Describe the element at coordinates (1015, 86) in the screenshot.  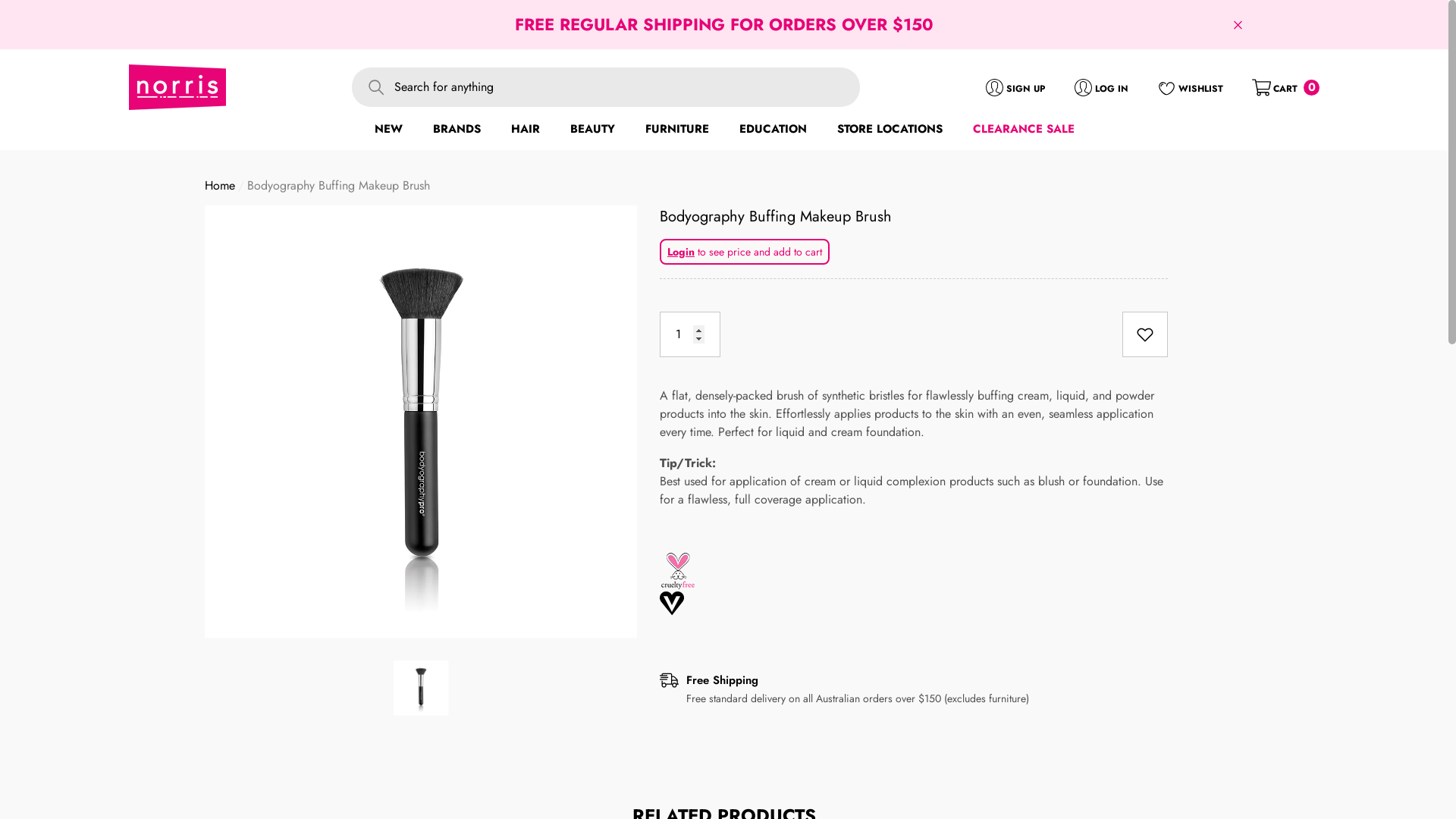
I see `'SIGN UP` at that location.